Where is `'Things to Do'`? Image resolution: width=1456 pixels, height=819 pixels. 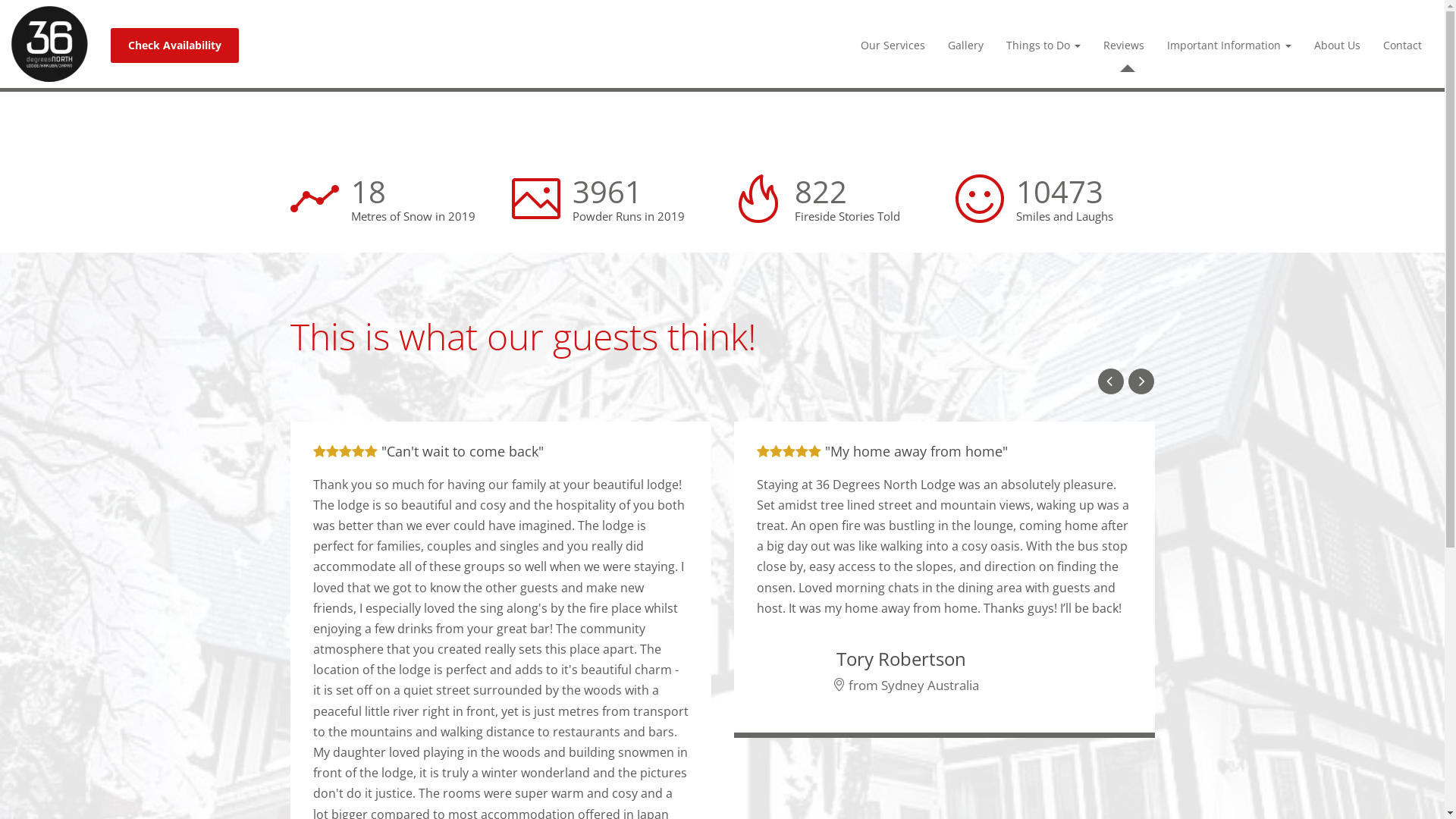
'Things to Do' is located at coordinates (1043, 45).